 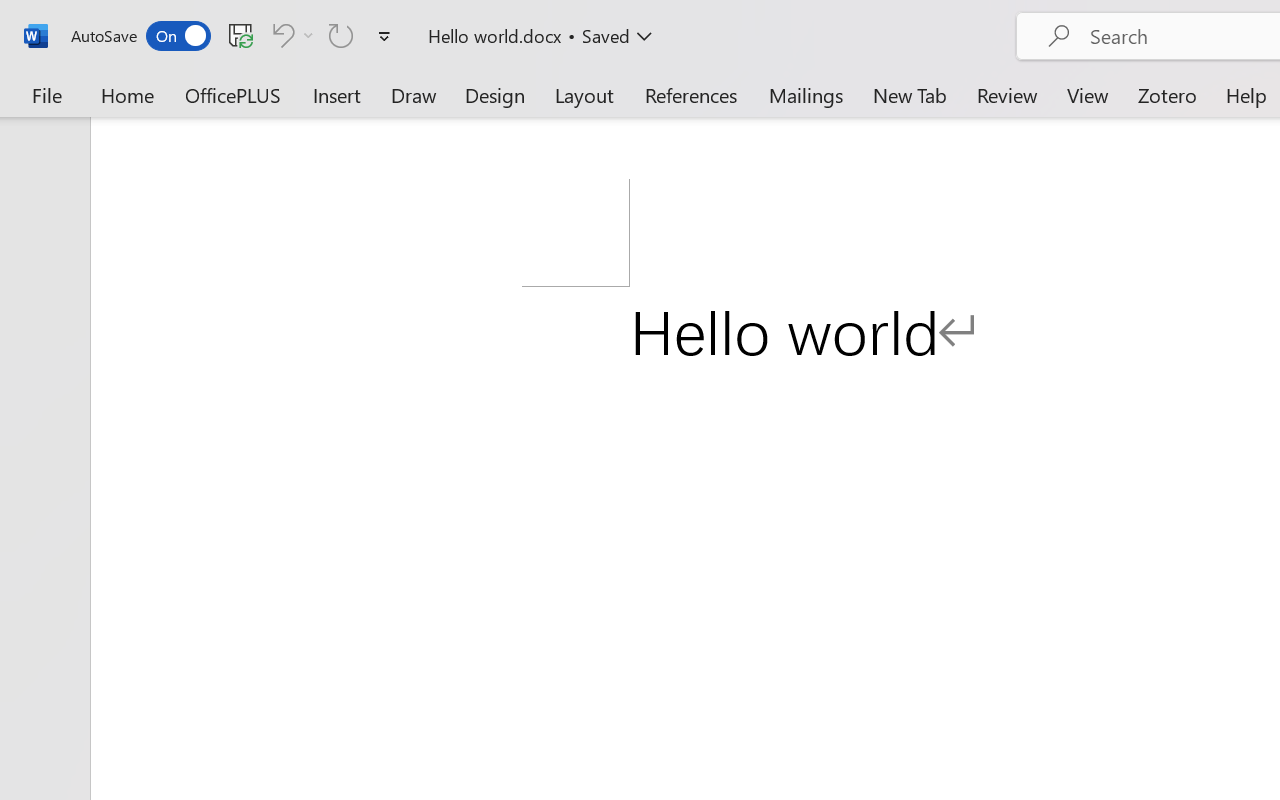 What do you see at coordinates (337, 94) in the screenshot?
I see `'Insert'` at bounding box center [337, 94].